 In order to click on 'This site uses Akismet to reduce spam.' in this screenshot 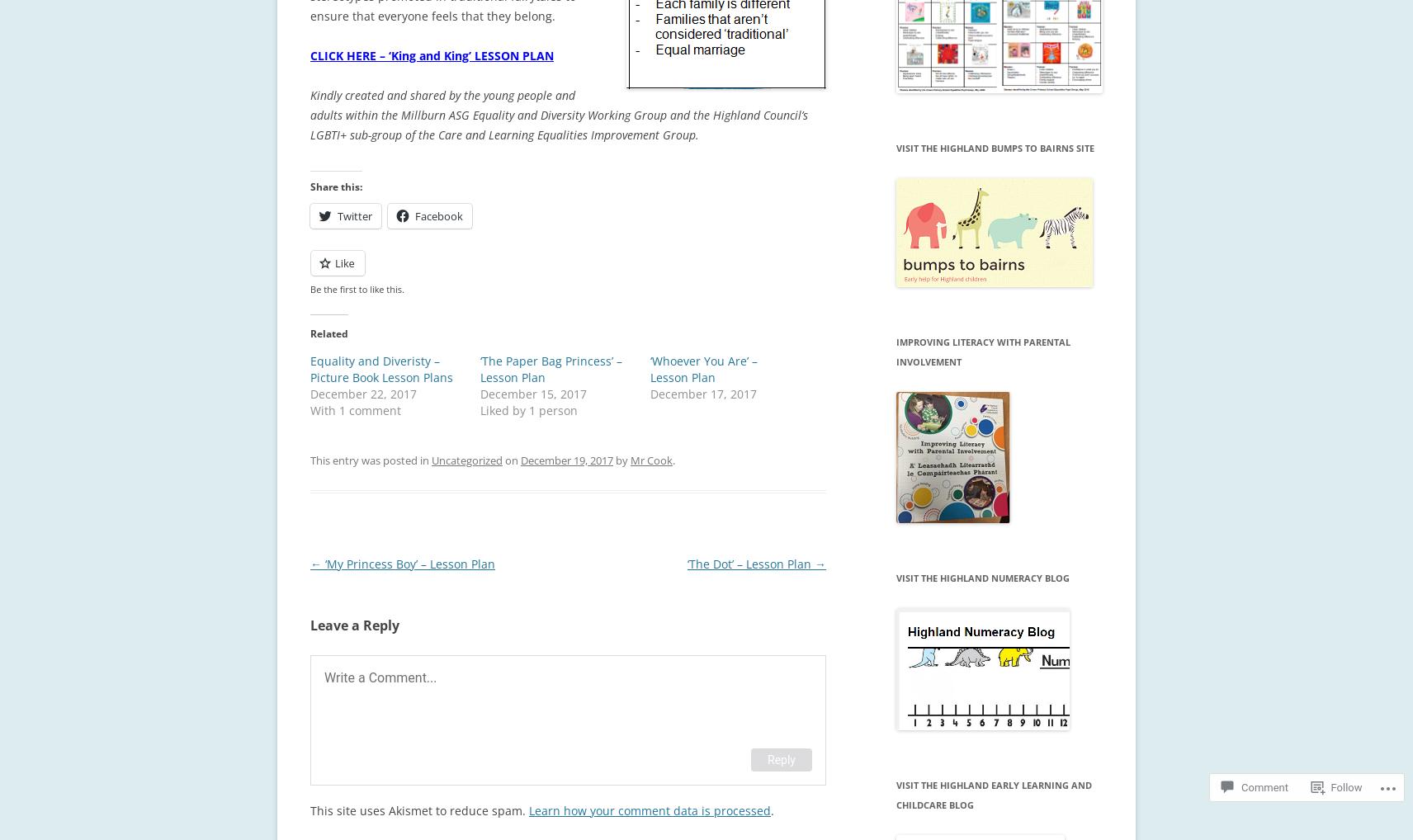, I will do `click(418, 809)`.